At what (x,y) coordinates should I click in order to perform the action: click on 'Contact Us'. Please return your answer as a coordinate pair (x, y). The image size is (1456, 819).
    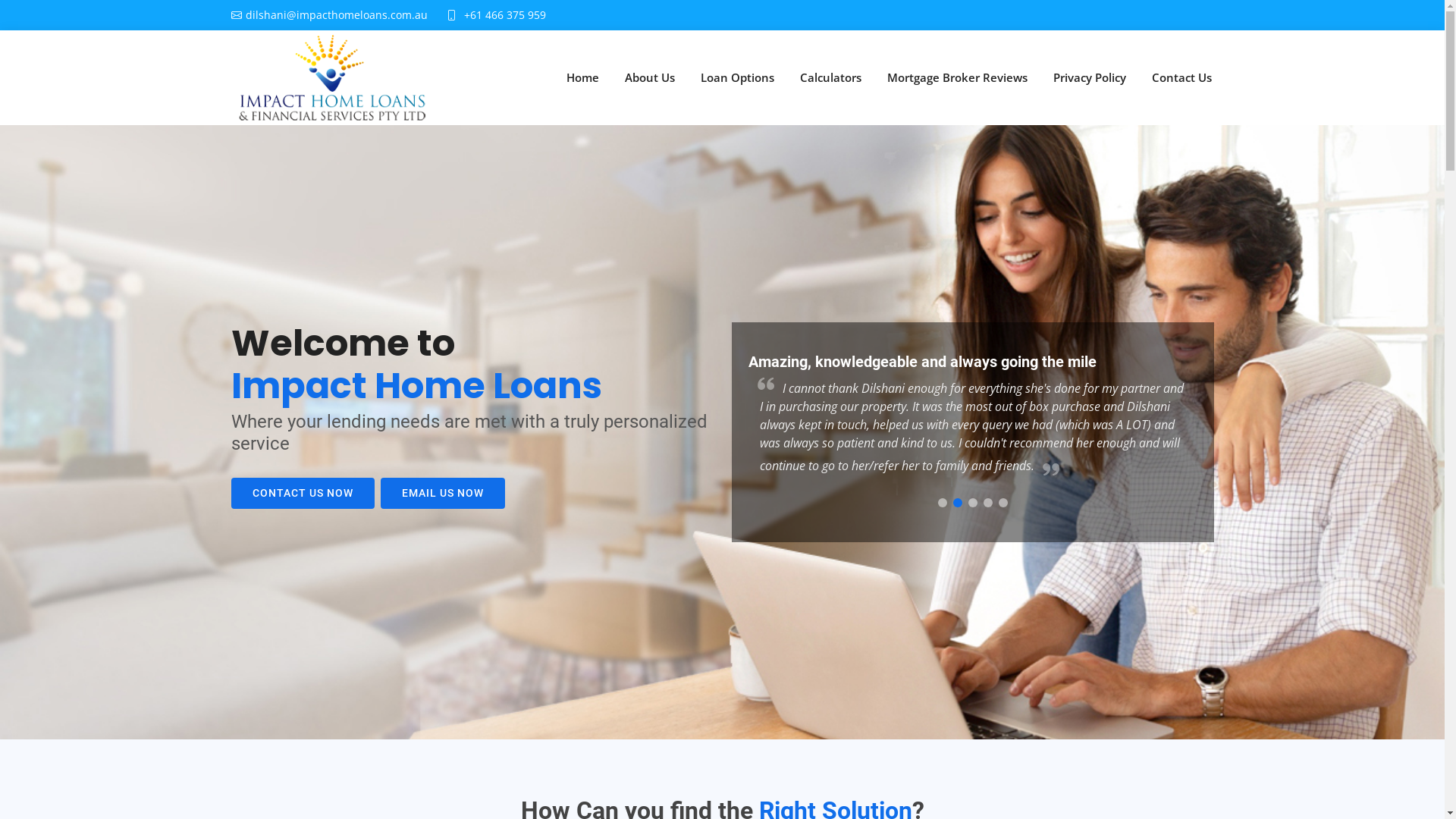
    Looking at the image, I should click on (1181, 77).